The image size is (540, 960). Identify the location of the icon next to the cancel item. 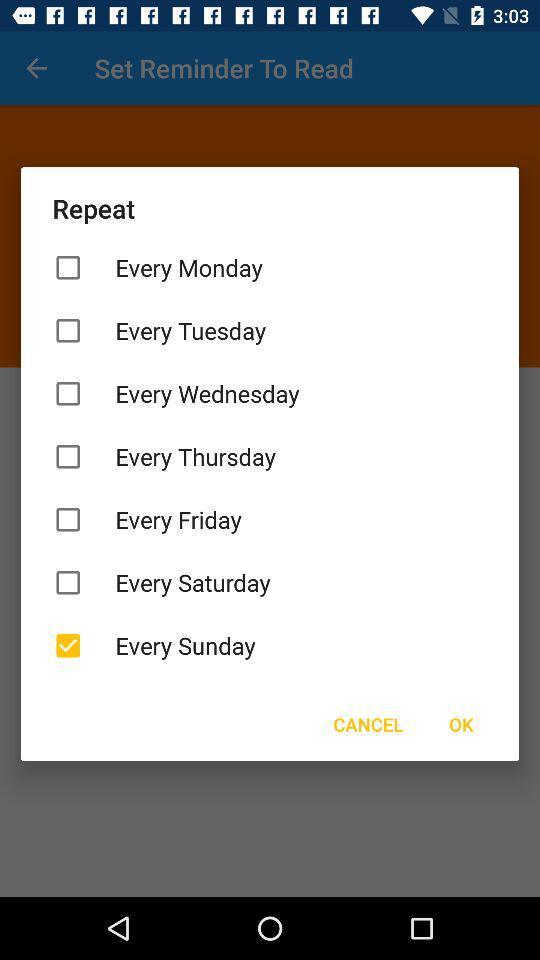
(461, 723).